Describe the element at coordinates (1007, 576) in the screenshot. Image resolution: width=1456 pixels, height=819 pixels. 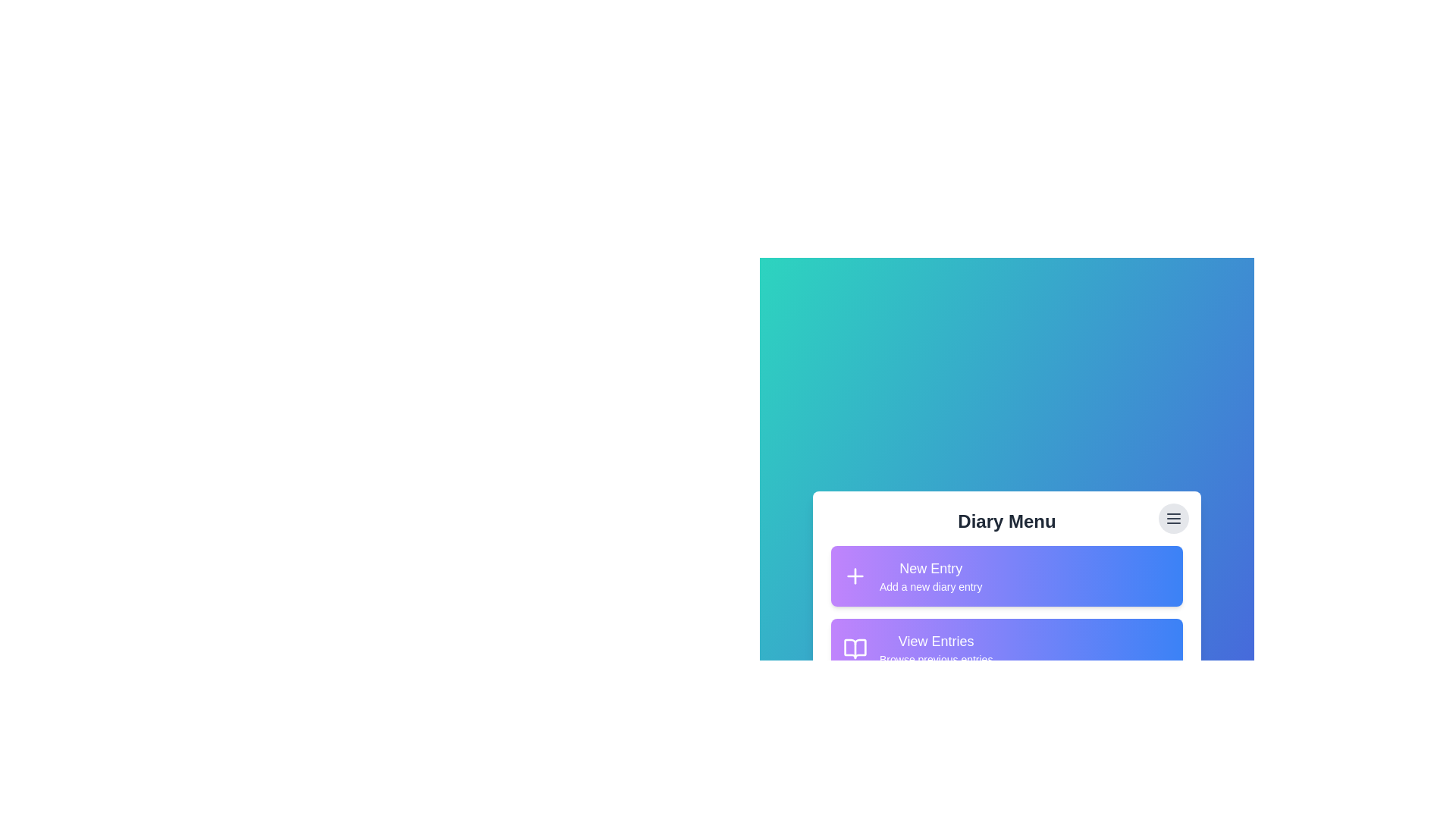
I see `the menu item New Entry from the menu` at that location.